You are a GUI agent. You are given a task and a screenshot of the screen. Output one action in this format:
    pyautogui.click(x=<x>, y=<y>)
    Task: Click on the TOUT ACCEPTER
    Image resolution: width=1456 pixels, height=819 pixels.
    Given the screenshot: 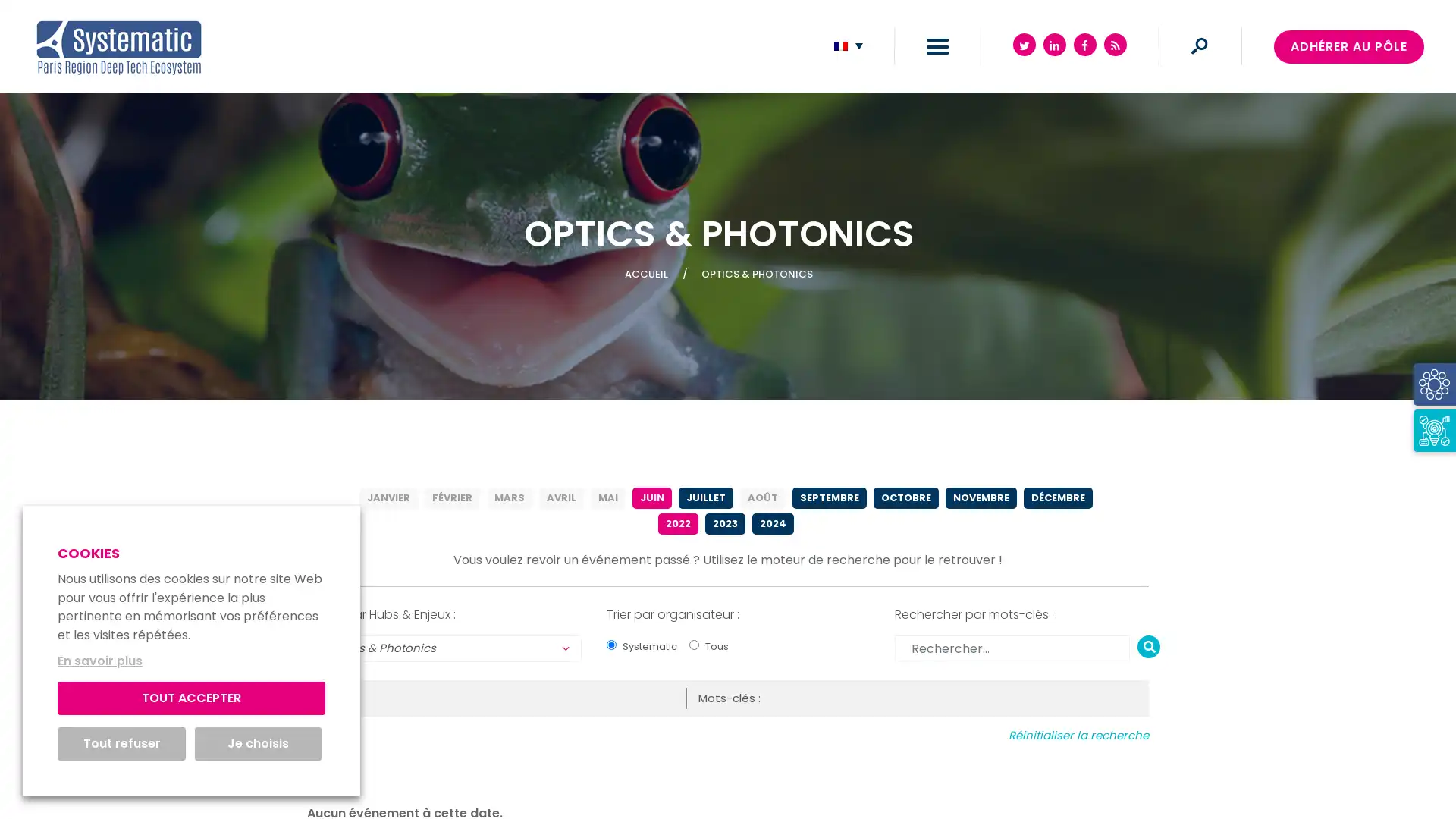 What is the action you would take?
    pyautogui.click(x=190, y=698)
    